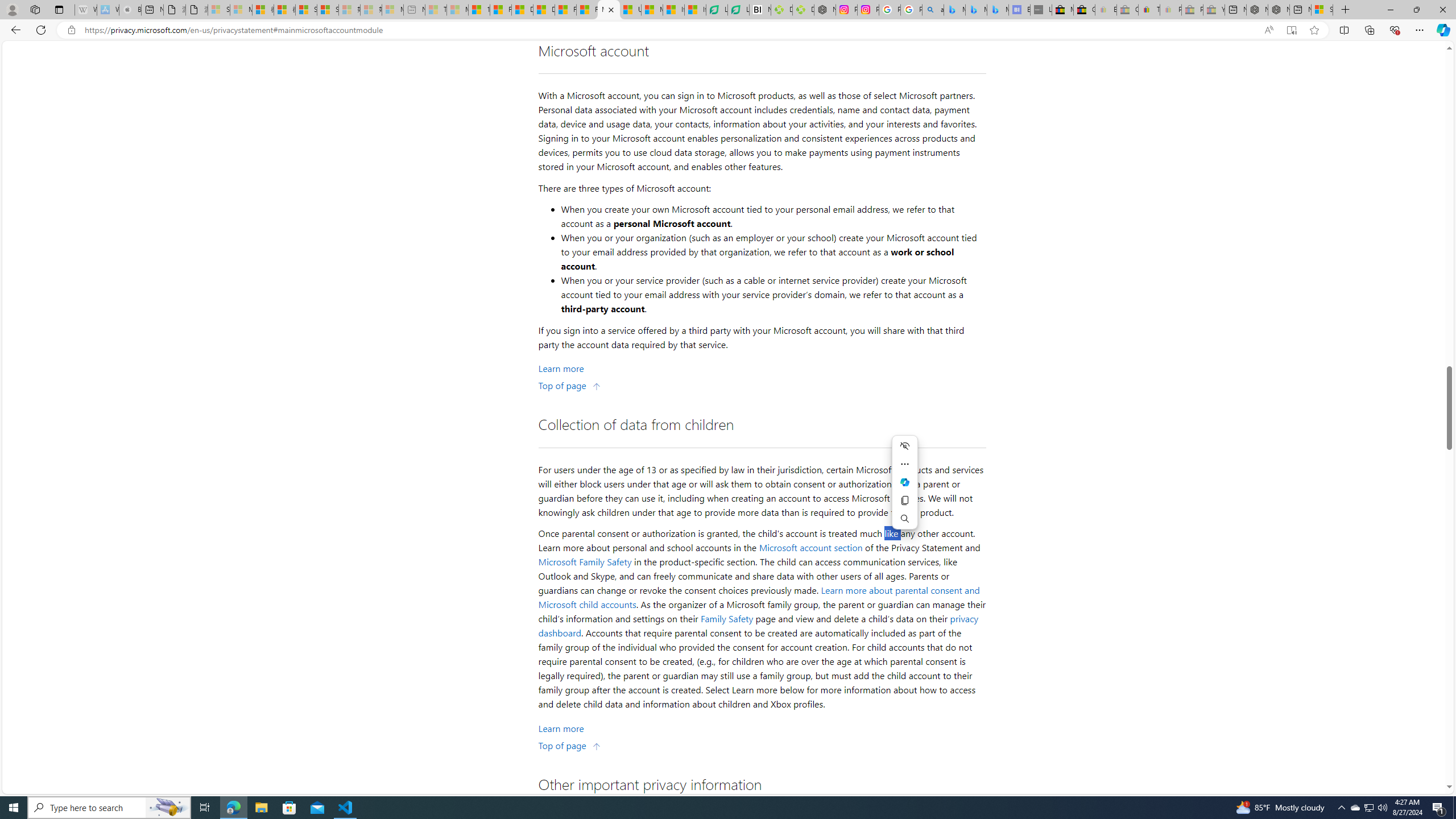  What do you see at coordinates (726, 618) in the screenshot?
I see `'Family Safety'` at bounding box center [726, 618].